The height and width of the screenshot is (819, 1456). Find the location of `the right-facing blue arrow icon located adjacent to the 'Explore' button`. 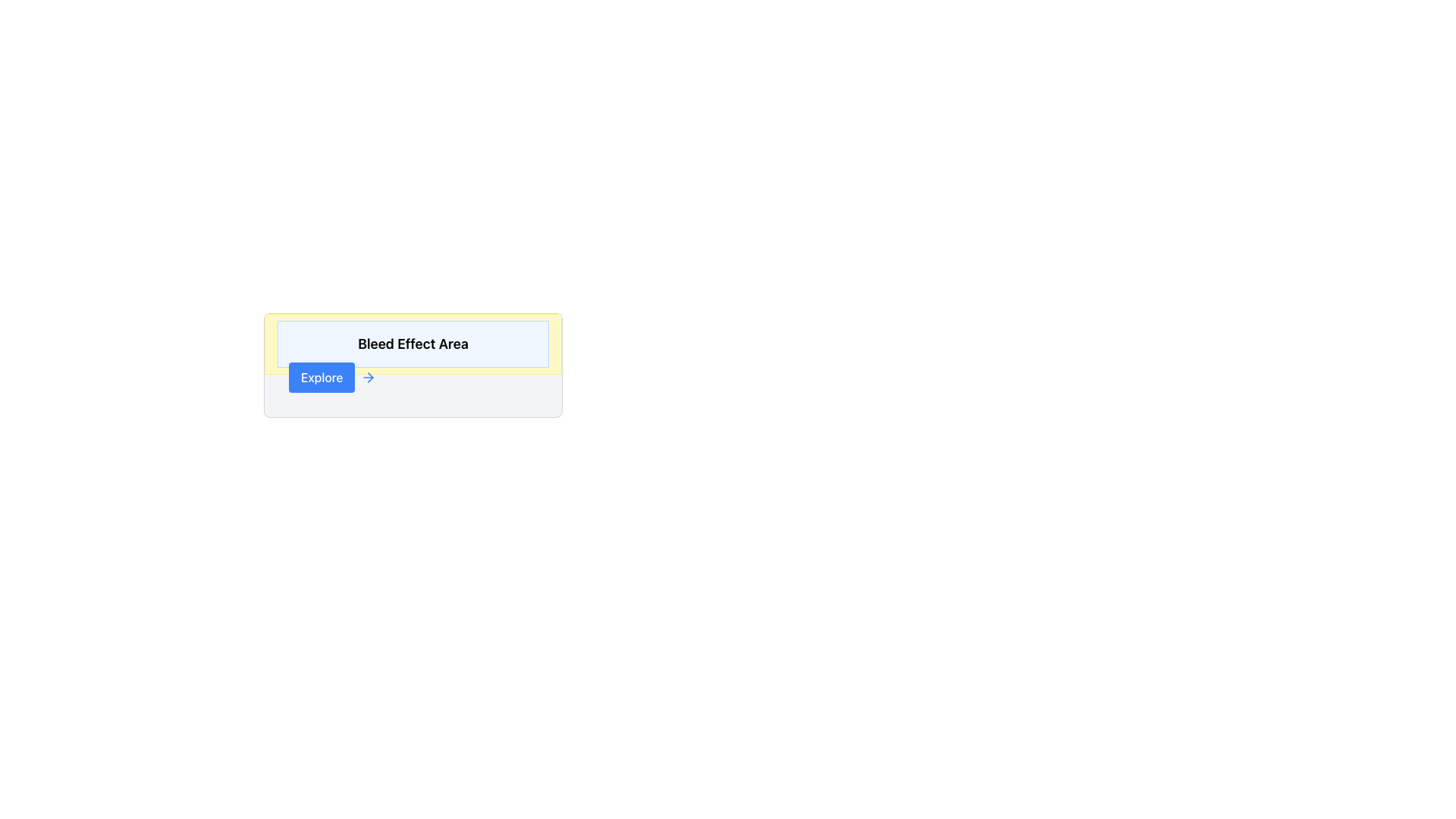

the right-facing blue arrow icon located adjacent to the 'Explore' button is located at coordinates (369, 376).